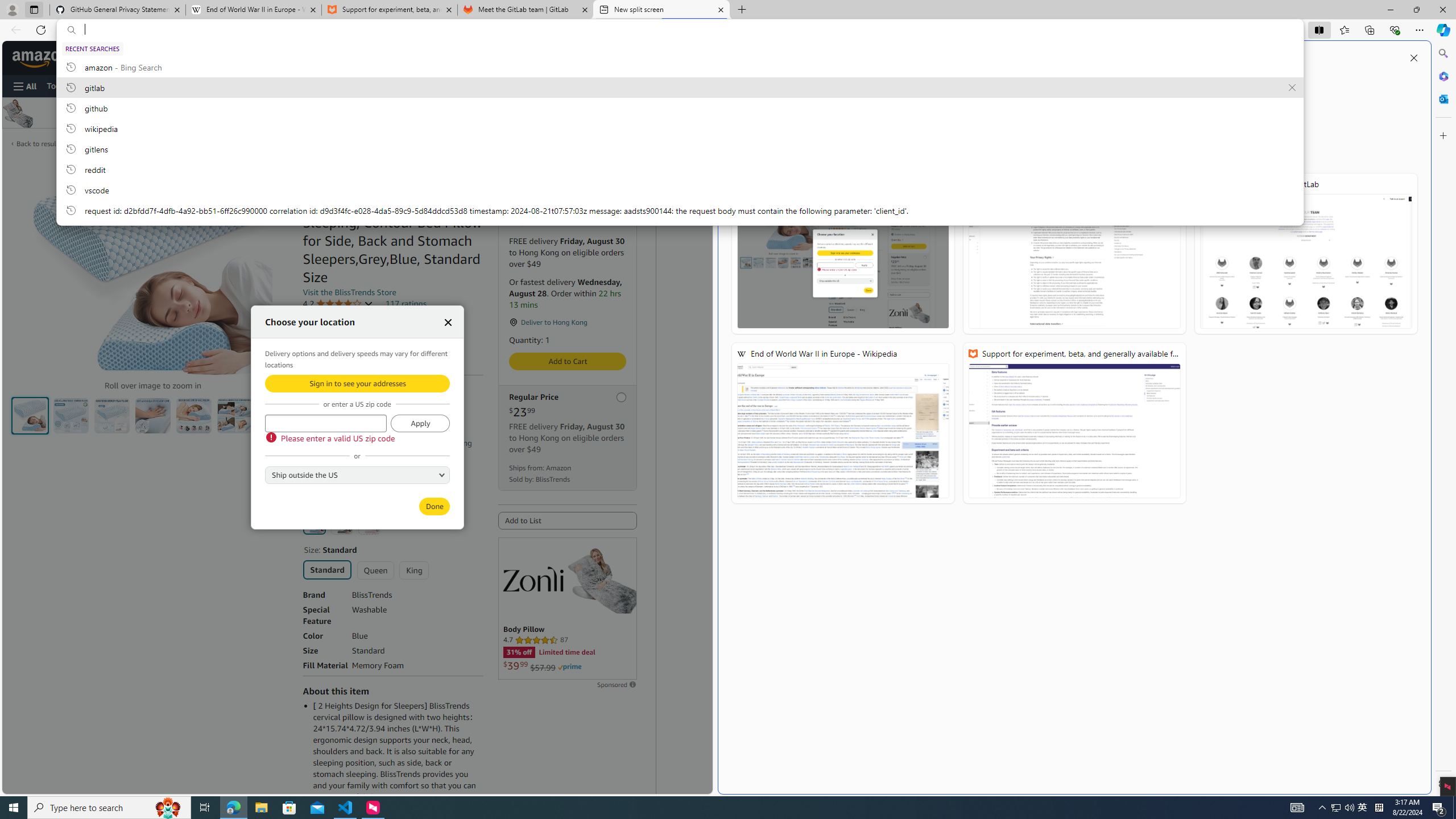 This screenshot has height=819, width=1456. What do you see at coordinates (434, 506) in the screenshot?
I see `'Done'` at bounding box center [434, 506].